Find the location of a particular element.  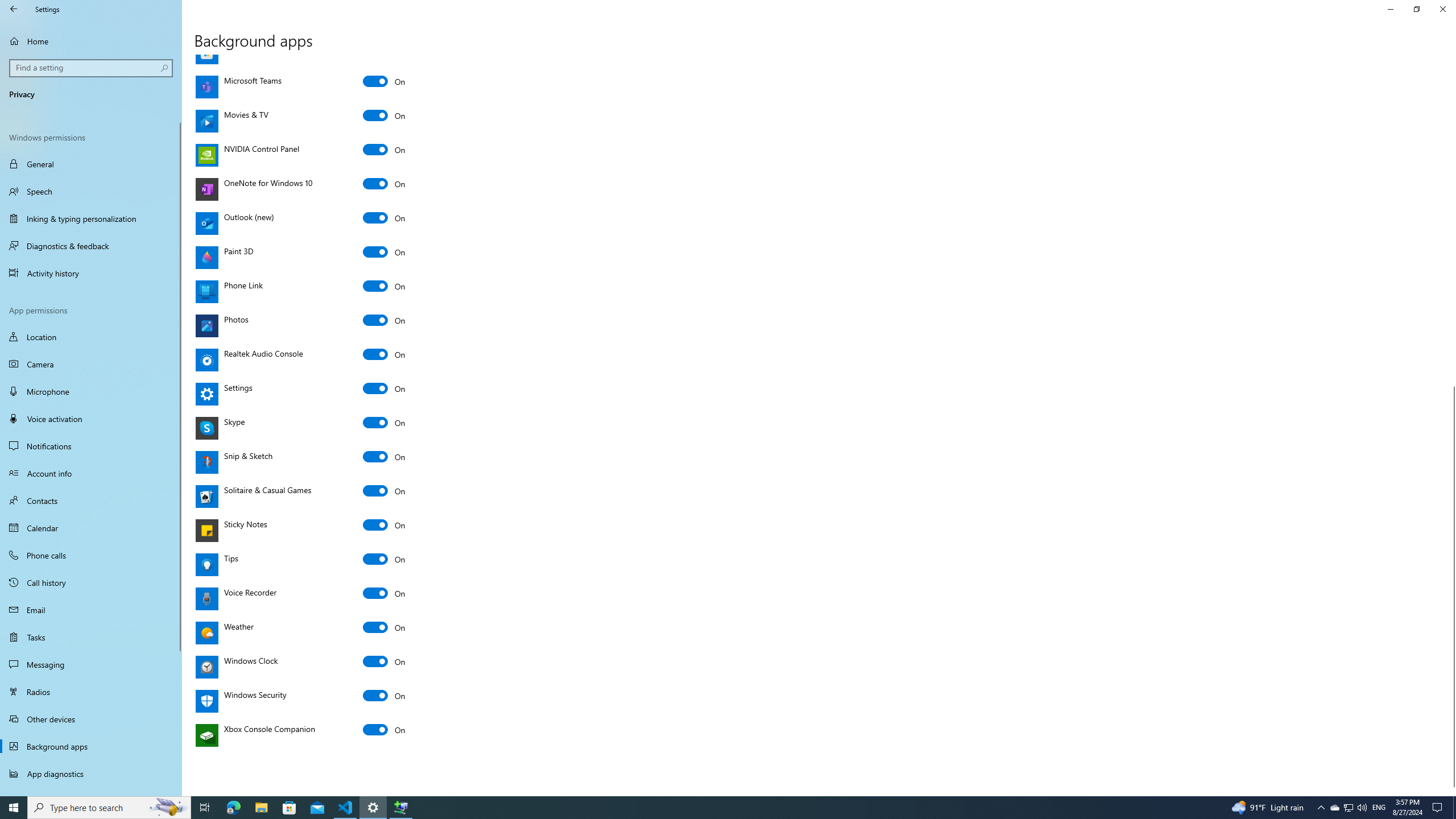

'Visual Studio Code - 1 running window' is located at coordinates (345, 806).